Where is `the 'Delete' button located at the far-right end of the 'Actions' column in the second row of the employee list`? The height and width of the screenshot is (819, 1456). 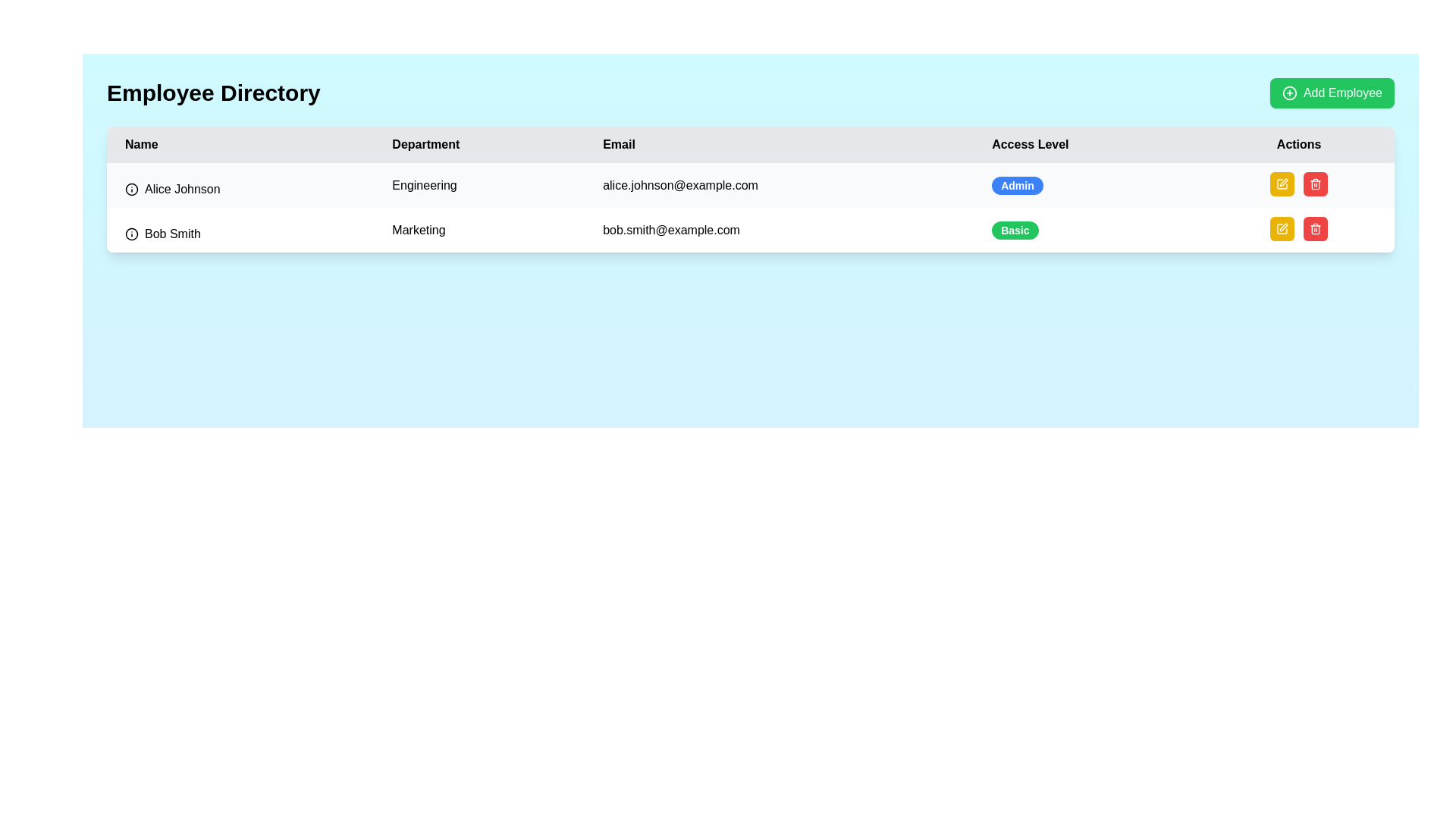 the 'Delete' button located at the far-right end of the 'Actions' column in the second row of the employee list is located at coordinates (1315, 228).